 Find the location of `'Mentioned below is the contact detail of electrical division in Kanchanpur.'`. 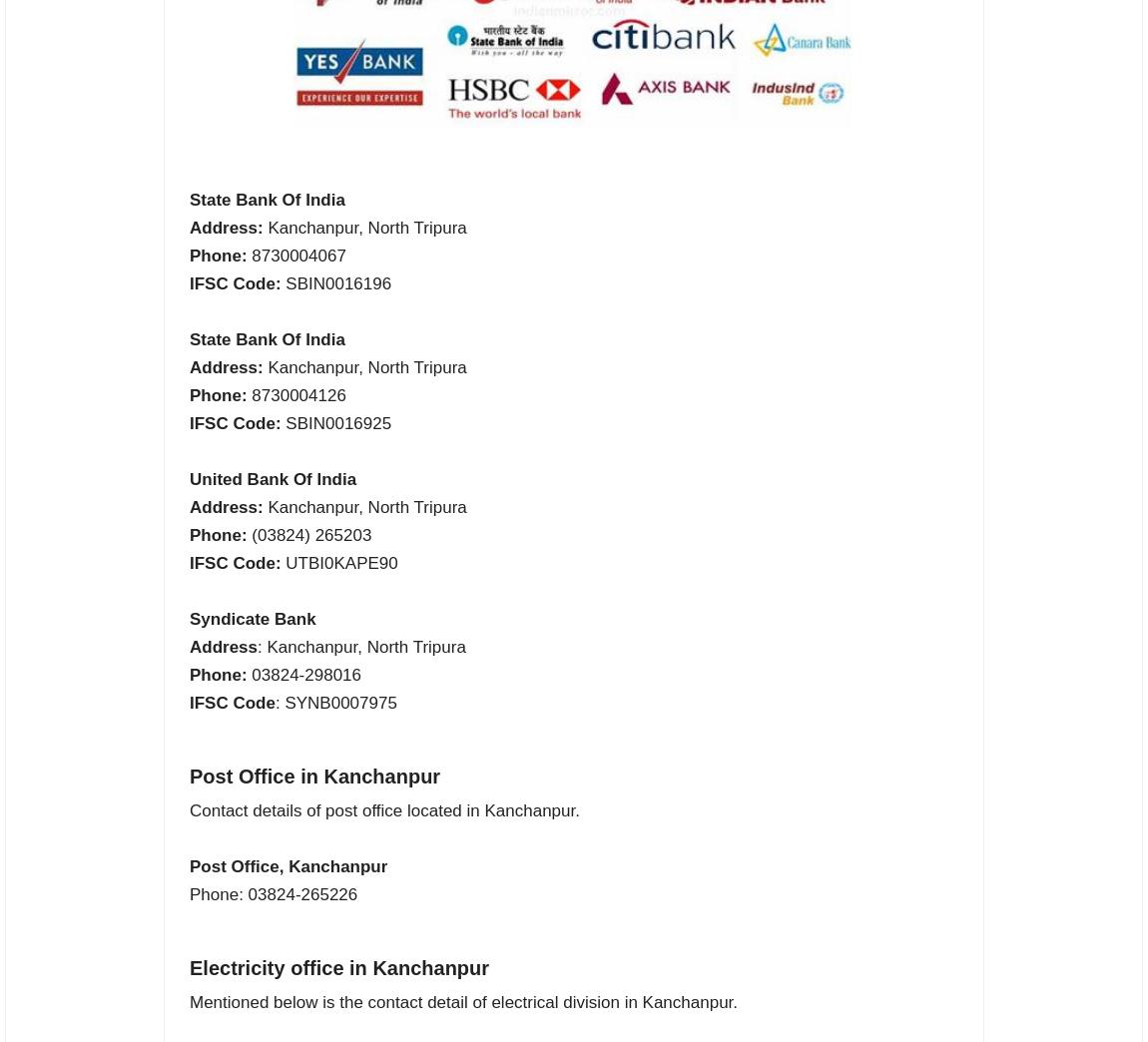

'Mentioned below is the contact detail of electrical division in Kanchanpur.' is located at coordinates (463, 1001).